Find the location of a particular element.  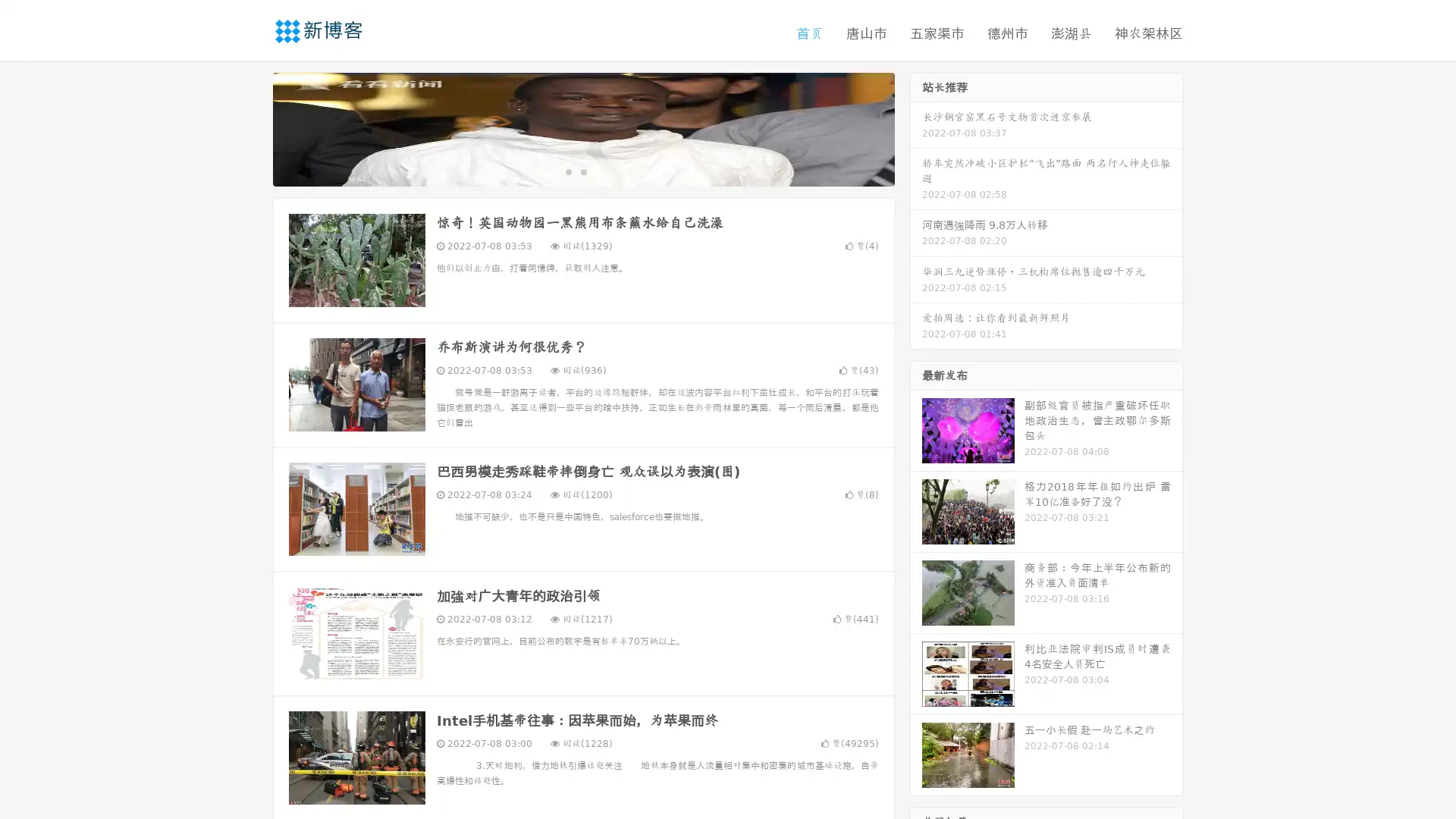

Go to slide 3 is located at coordinates (598, 171).